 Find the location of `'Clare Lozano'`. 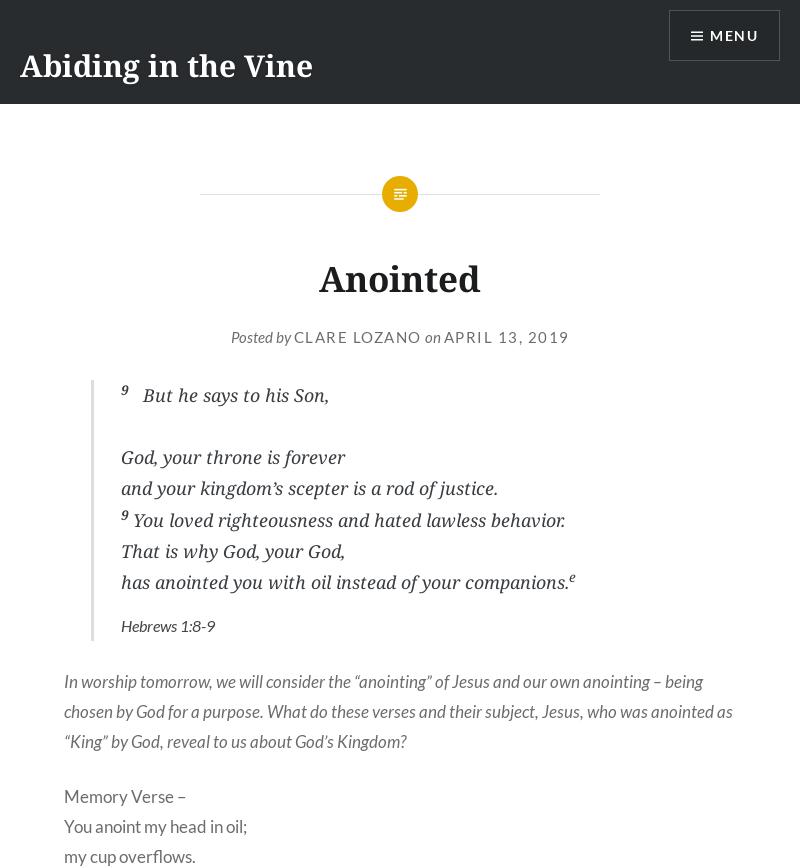

'Clare Lozano' is located at coordinates (357, 336).